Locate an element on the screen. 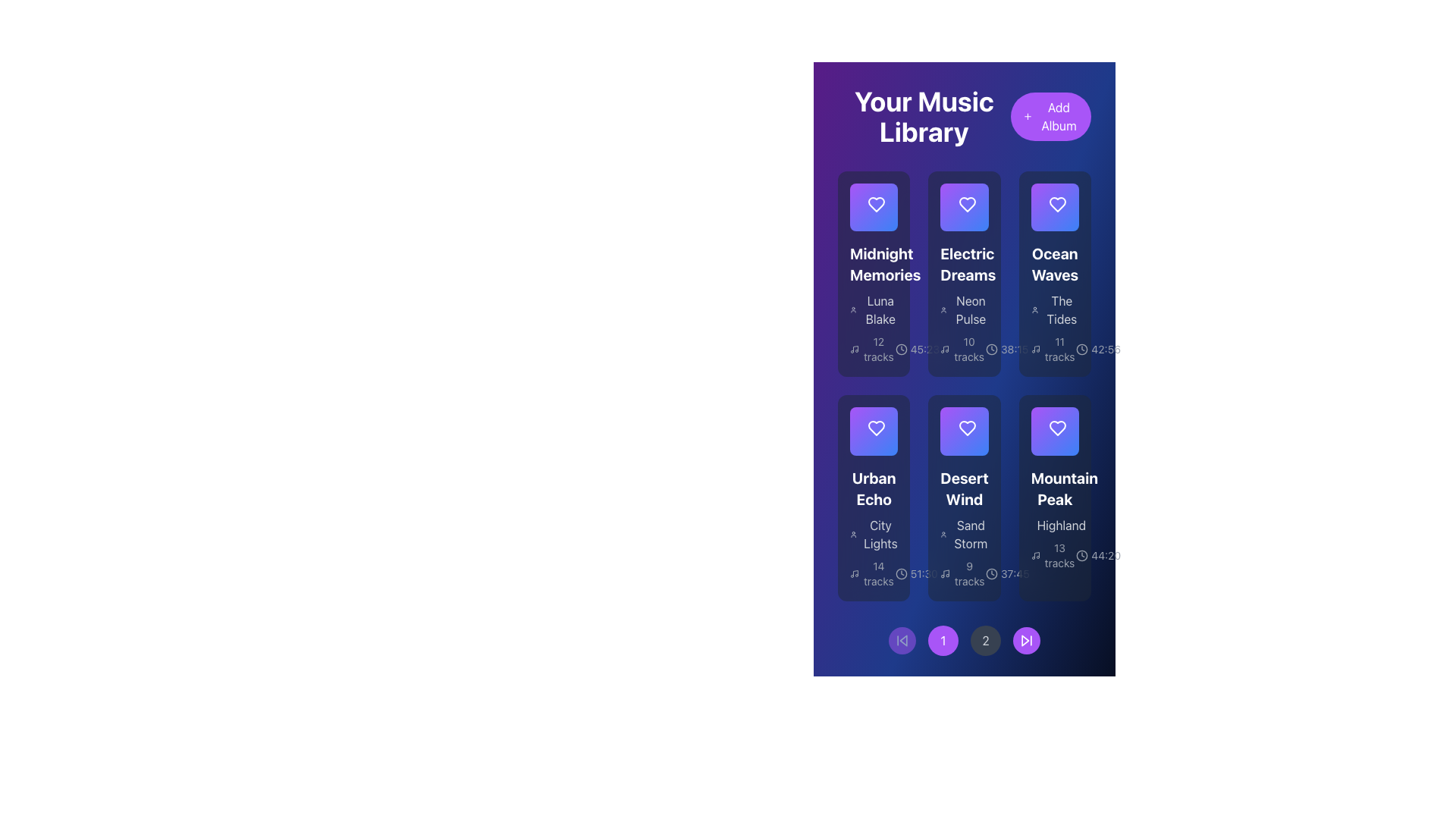  the static text indicating the number of tracks available in the 'Ocean Waves' album, located above the timestamp within the album card is located at coordinates (1059, 350).